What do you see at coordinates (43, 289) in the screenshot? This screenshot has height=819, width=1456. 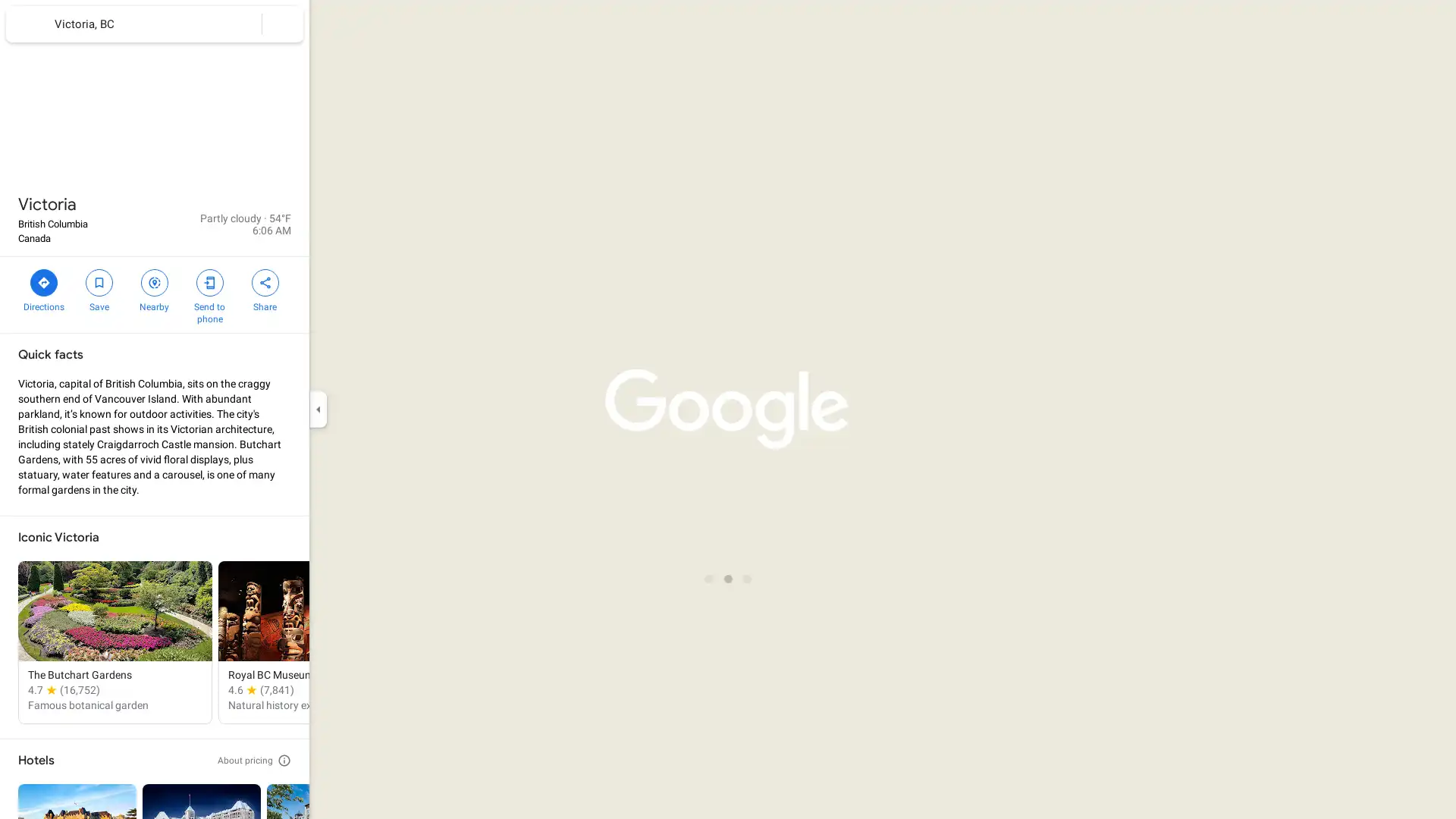 I see `Directions to Victoria` at bounding box center [43, 289].